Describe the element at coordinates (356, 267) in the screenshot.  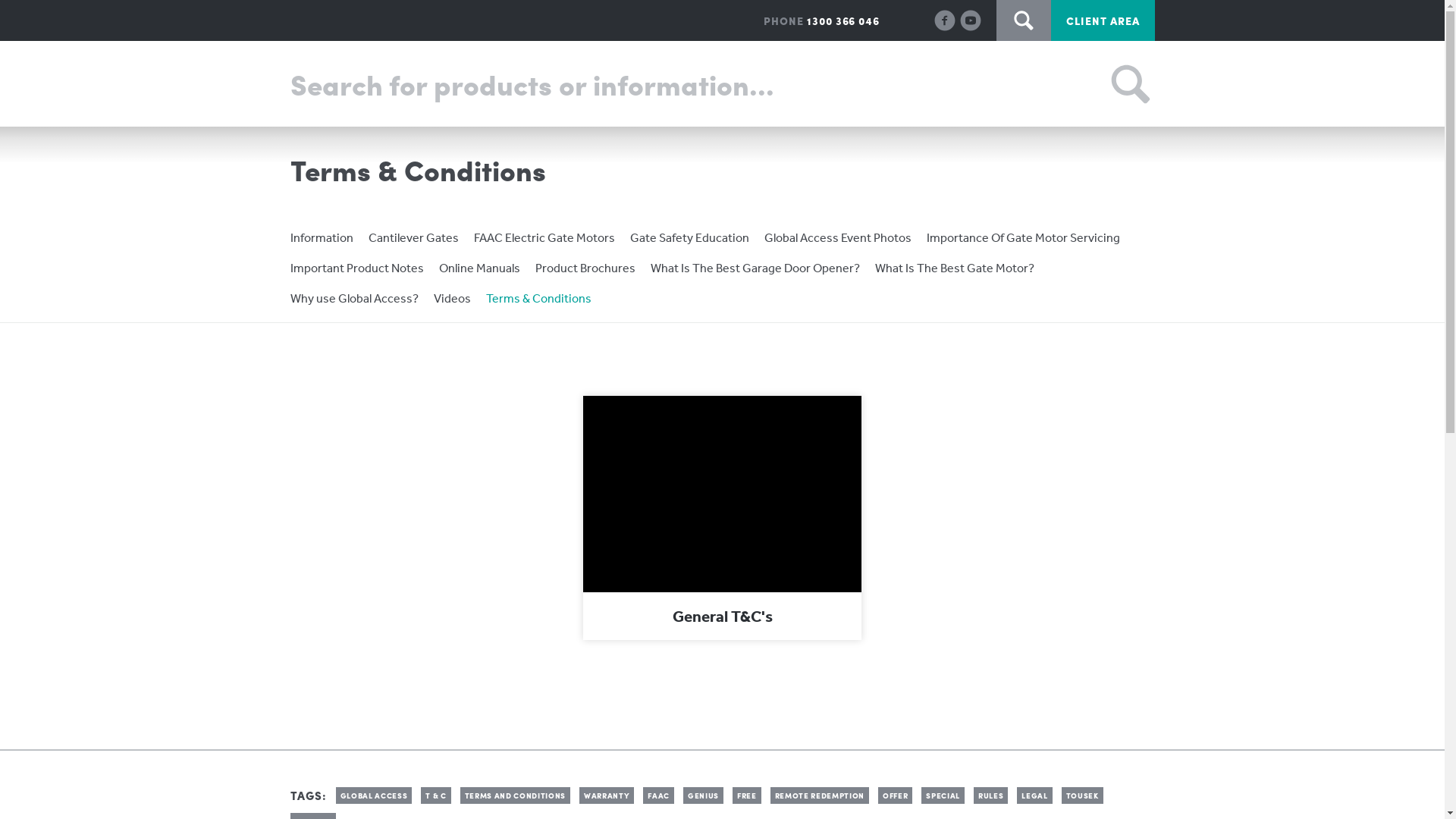
I see `'Important Product Notes'` at that location.